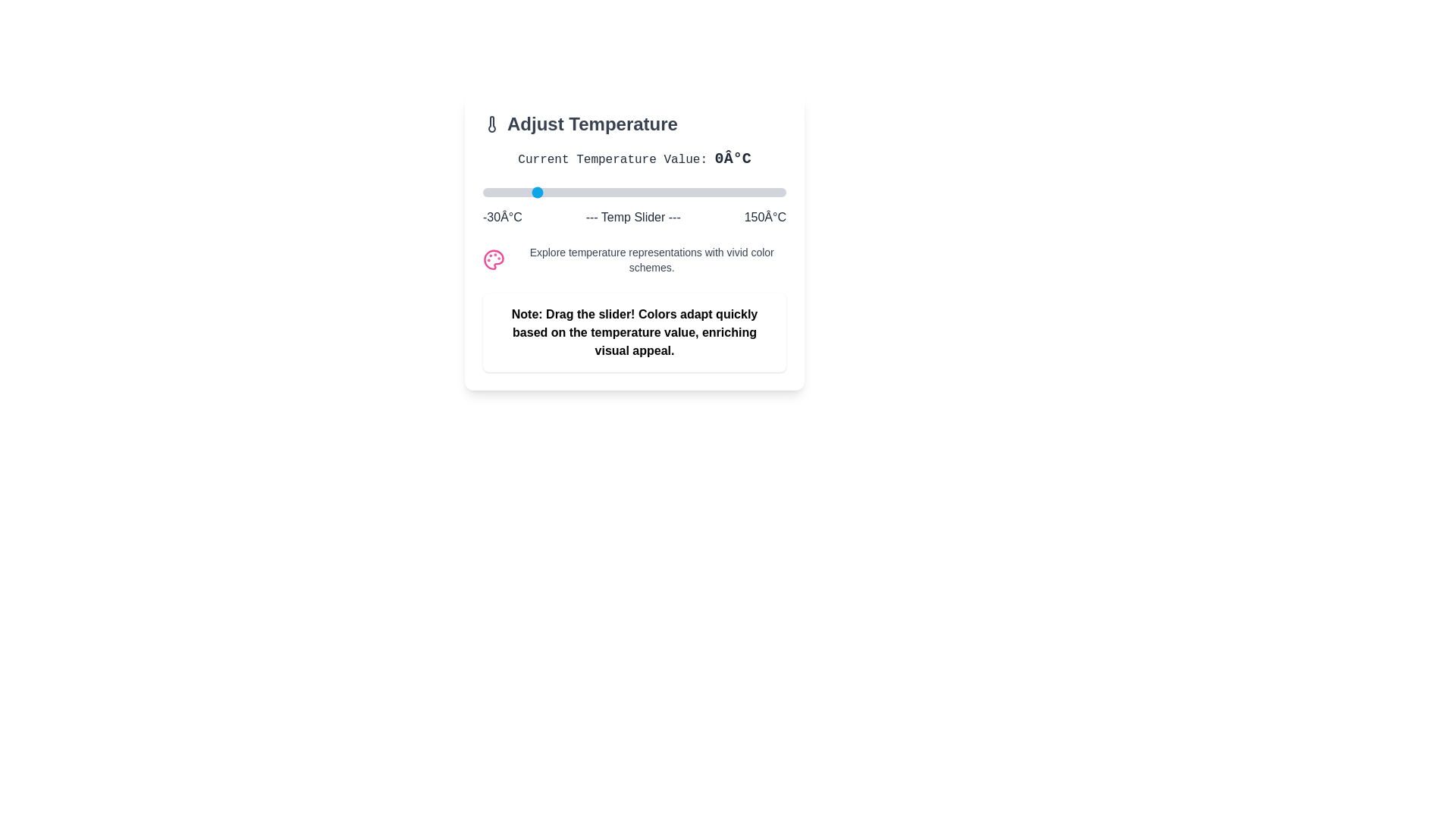 This screenshot has width=1456, height=819. What do you see at coordinates (703, 192) in the screenshot?
I see `the temperature slider to set the temperature to 101°C` at bounding box center [703, 192].